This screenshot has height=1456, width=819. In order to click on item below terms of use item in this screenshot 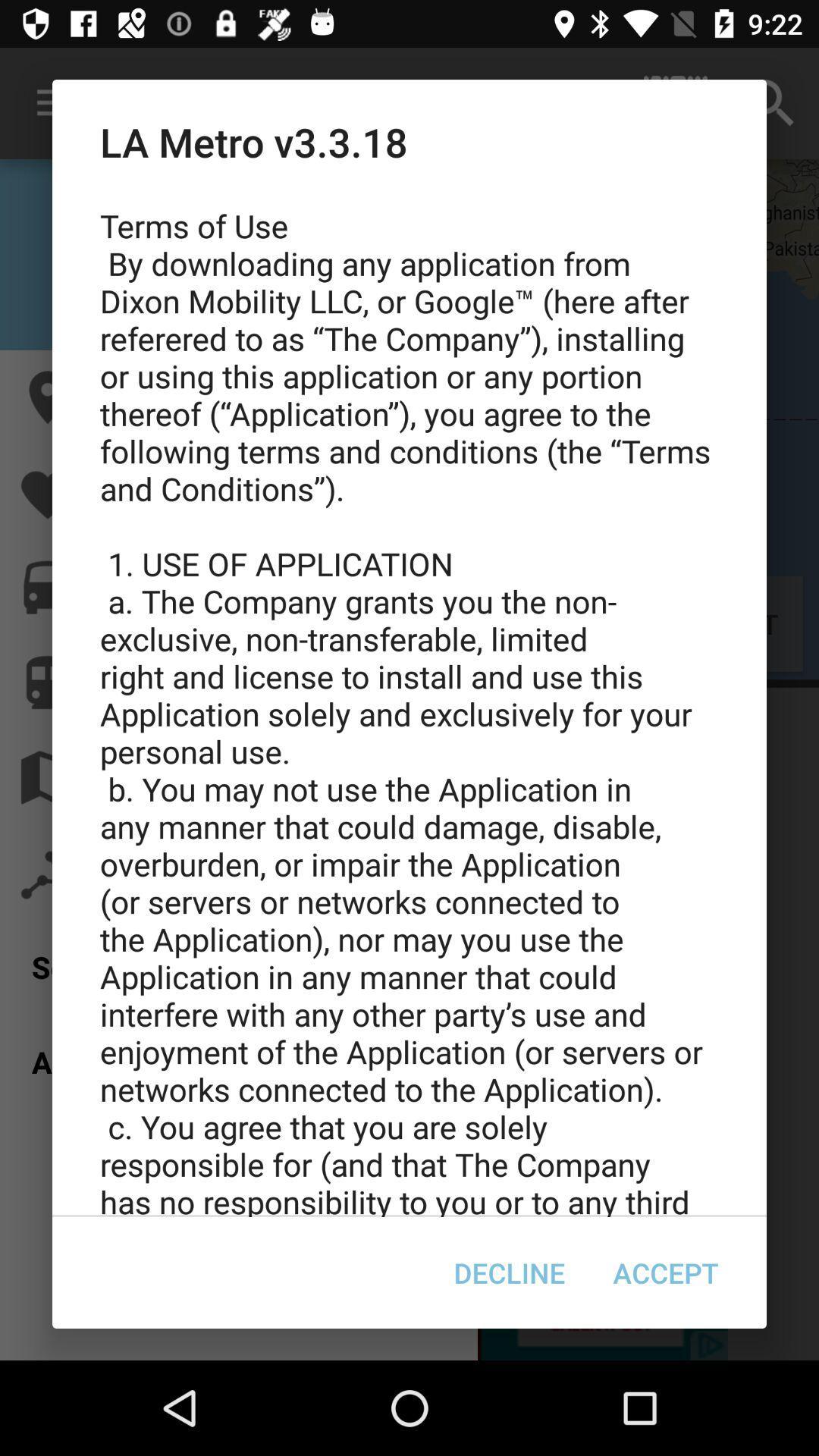, I will do `click(665, 1272)`.